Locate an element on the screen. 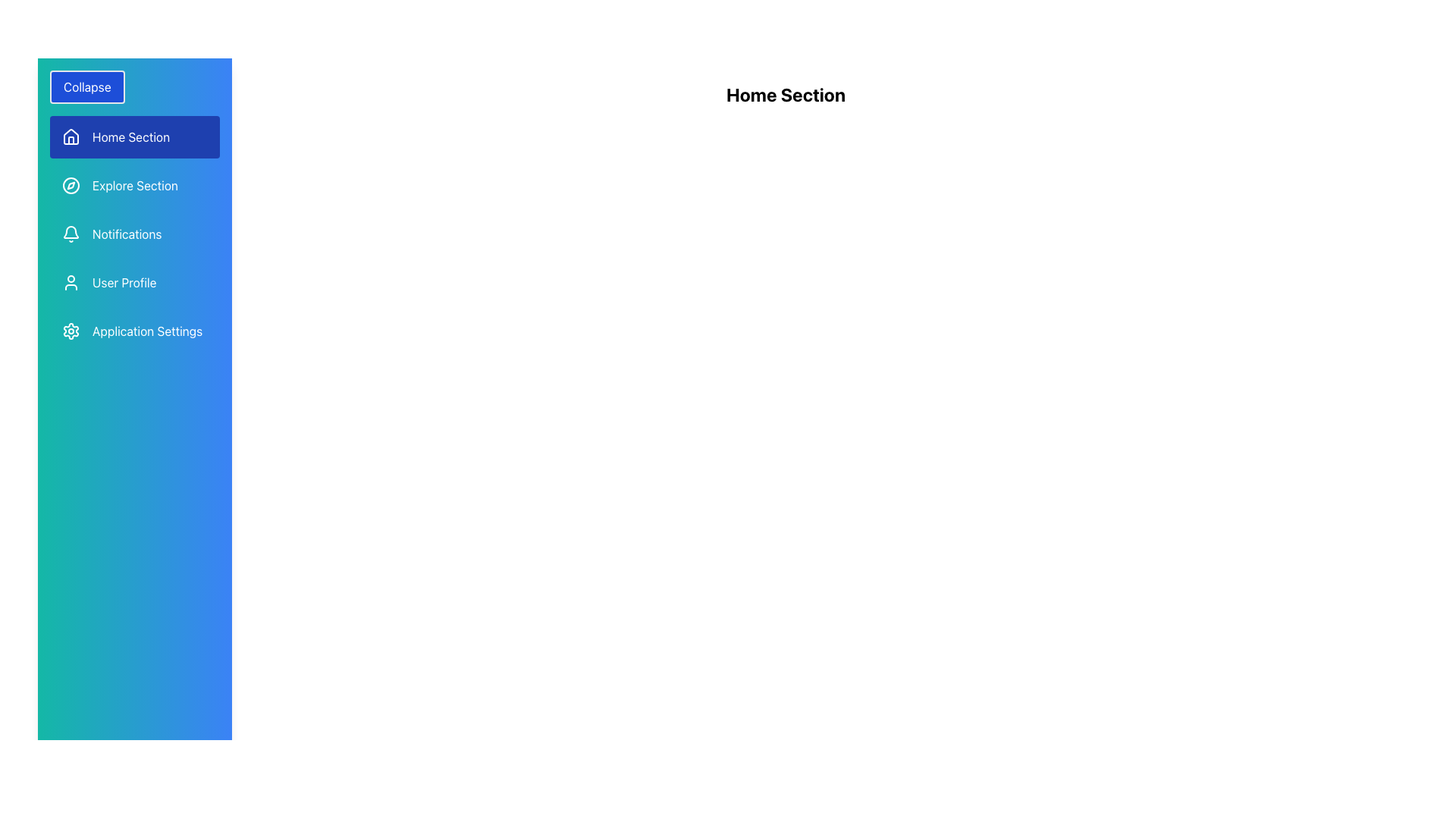 The height and width of the screenshot is (819, 1456). the centered text label displaying 'Home Section' in bold and large font size is located at coordinates (786, 94).